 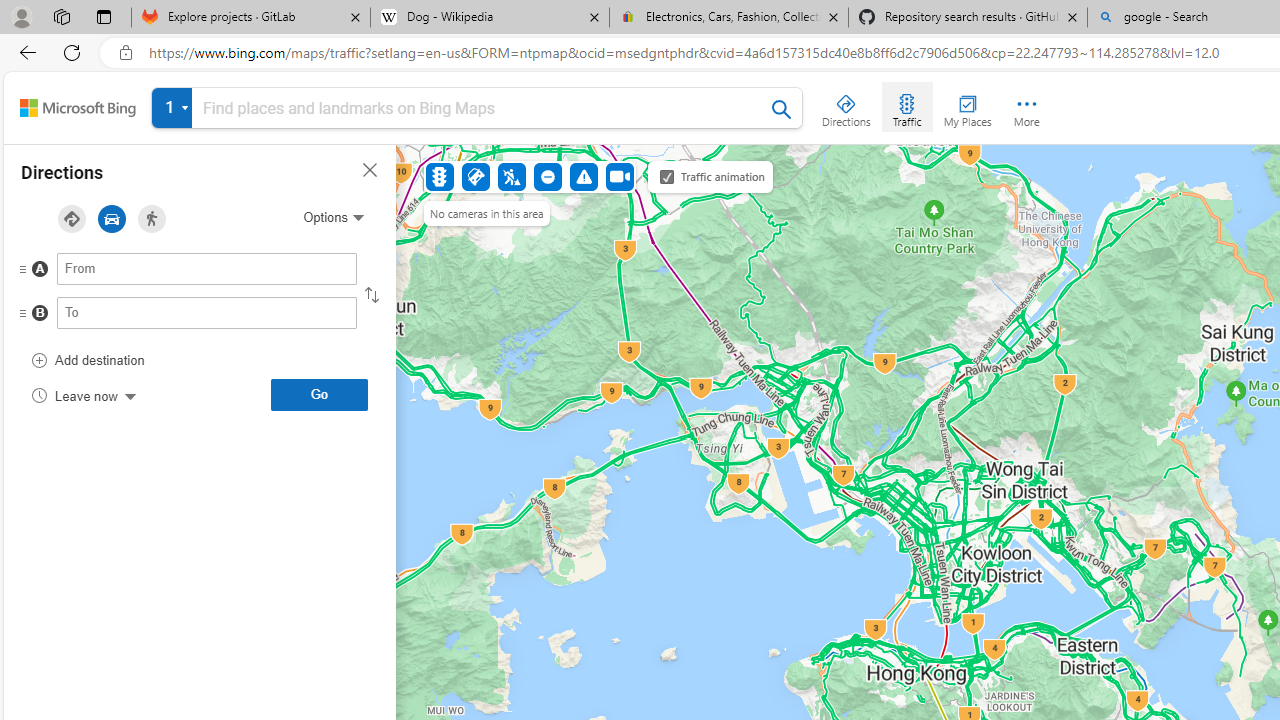 What do you see at coordinates (967, 106) in the screenshot?
I see `'My Places'` at bounding box center [967, 106].